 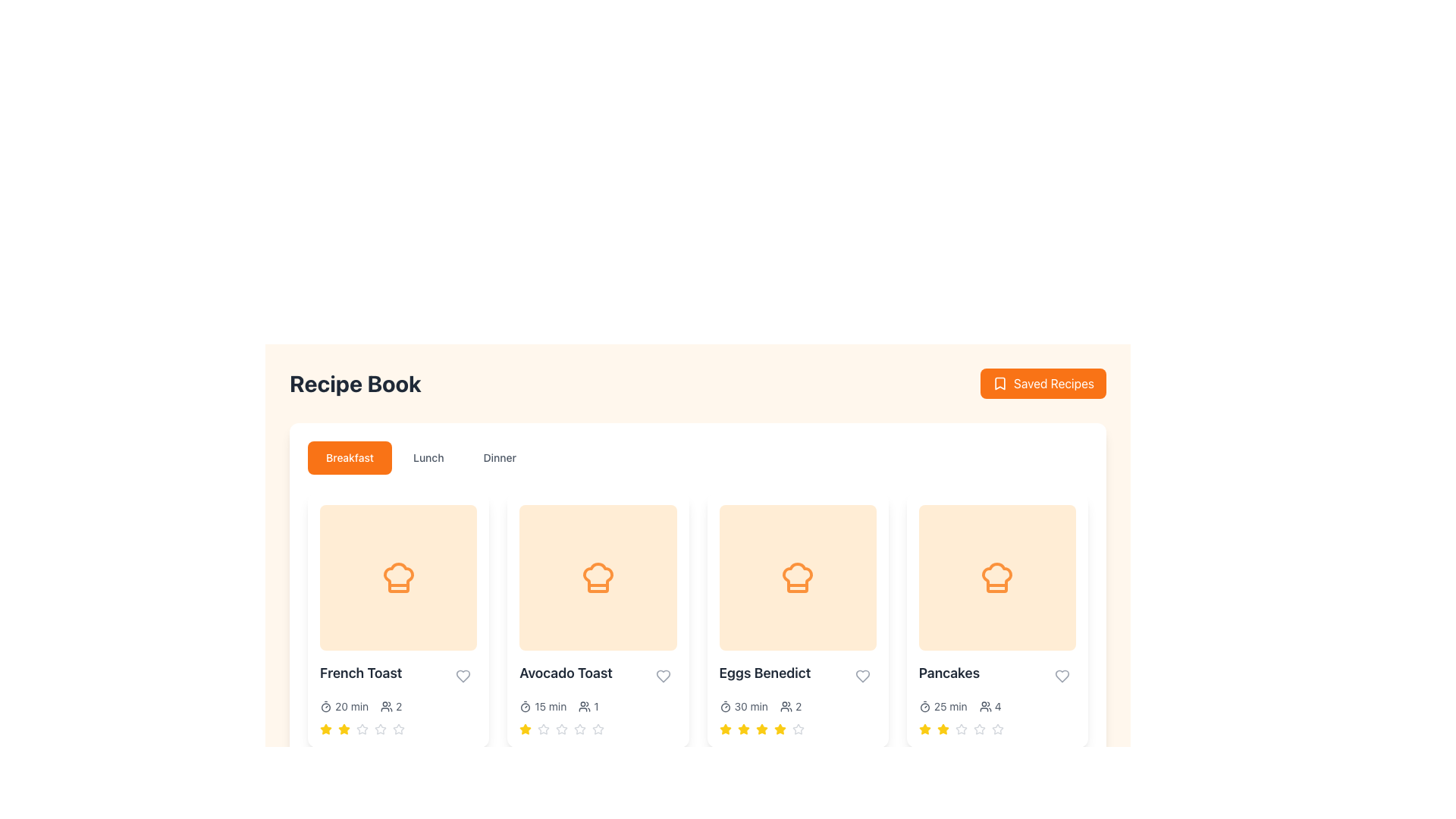 I want to click on the first star icon to rate the 'French Toast' recipe with one star, located in the lower-left area of the recipe card in the Breakfast category, so click(x=325, y=728).